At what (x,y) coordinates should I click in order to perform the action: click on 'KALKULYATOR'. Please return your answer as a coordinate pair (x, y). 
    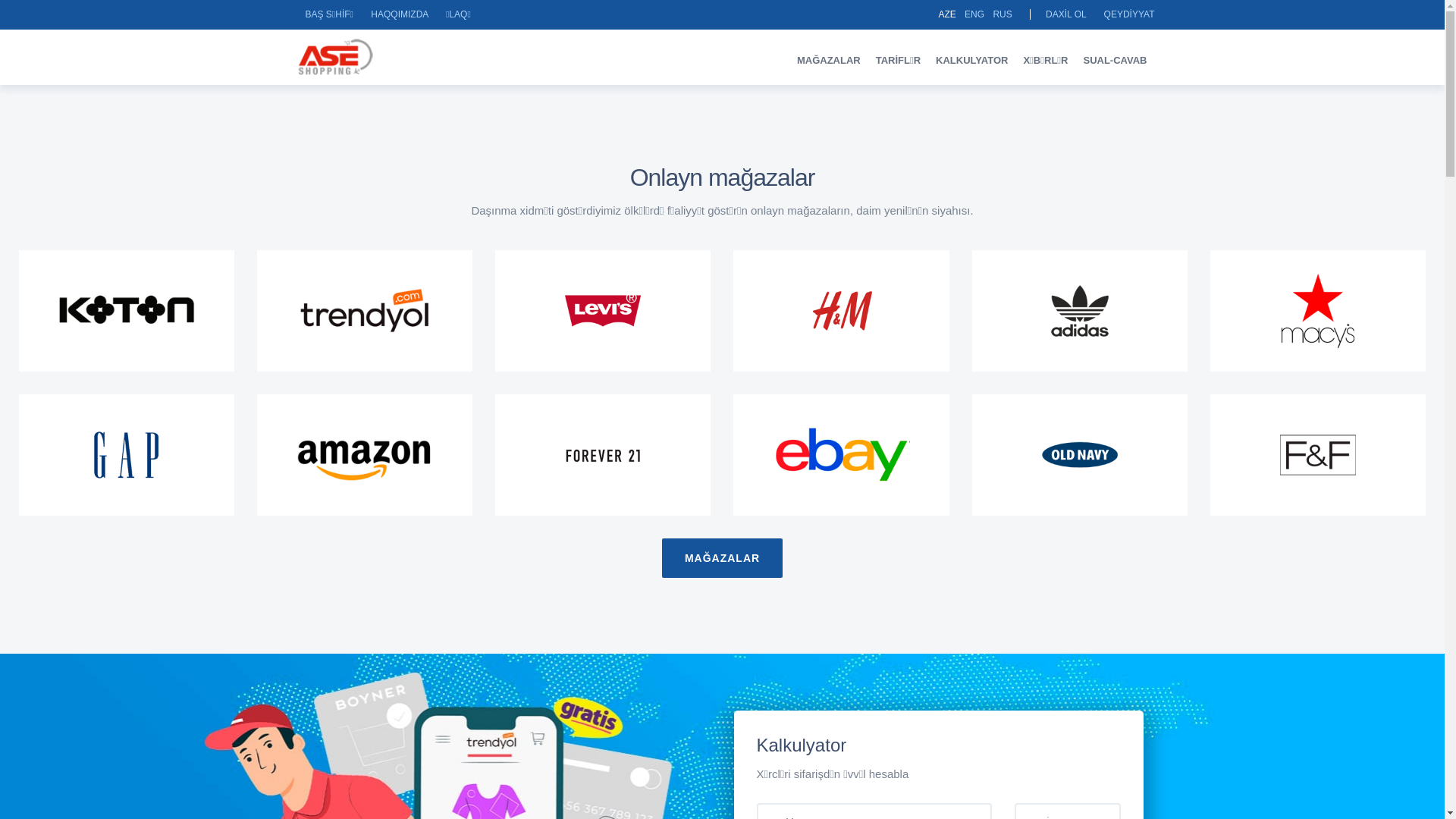
    Looking at the image, I should click on (927, 59).